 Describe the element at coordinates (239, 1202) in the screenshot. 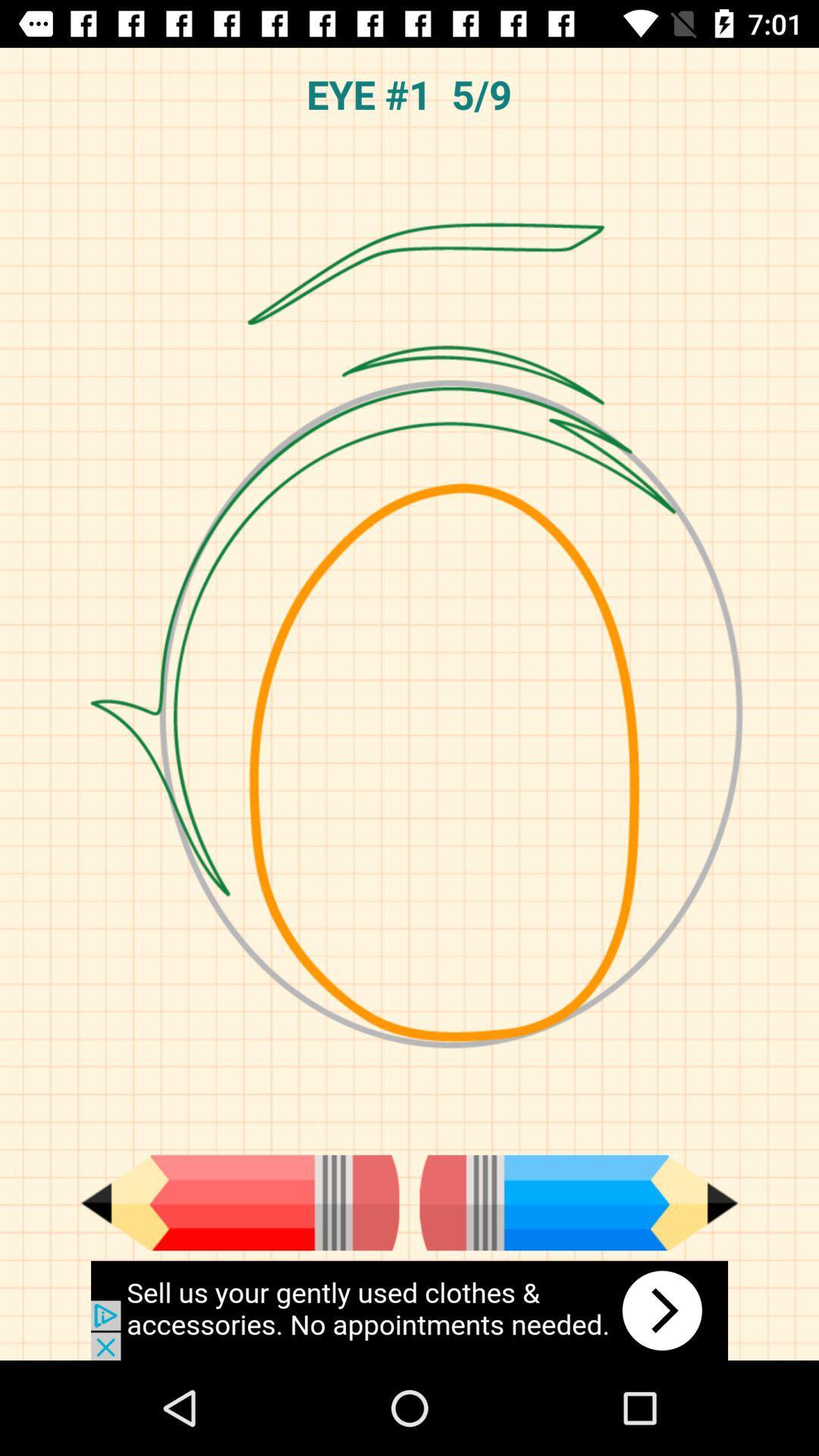

I see `draw with the pencil` at that location.